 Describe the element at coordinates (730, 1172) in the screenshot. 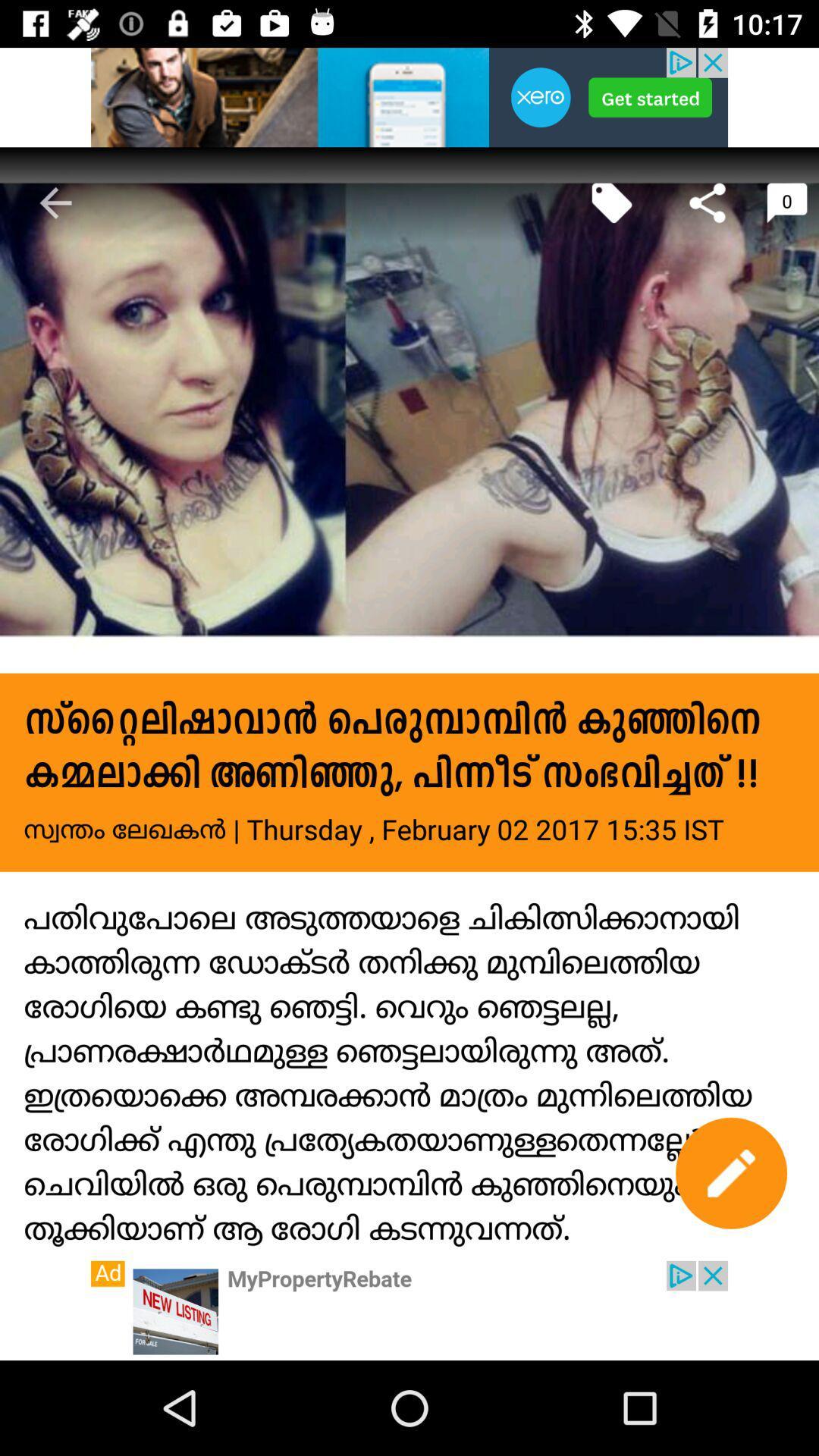

I see `the edit icon` at that location.